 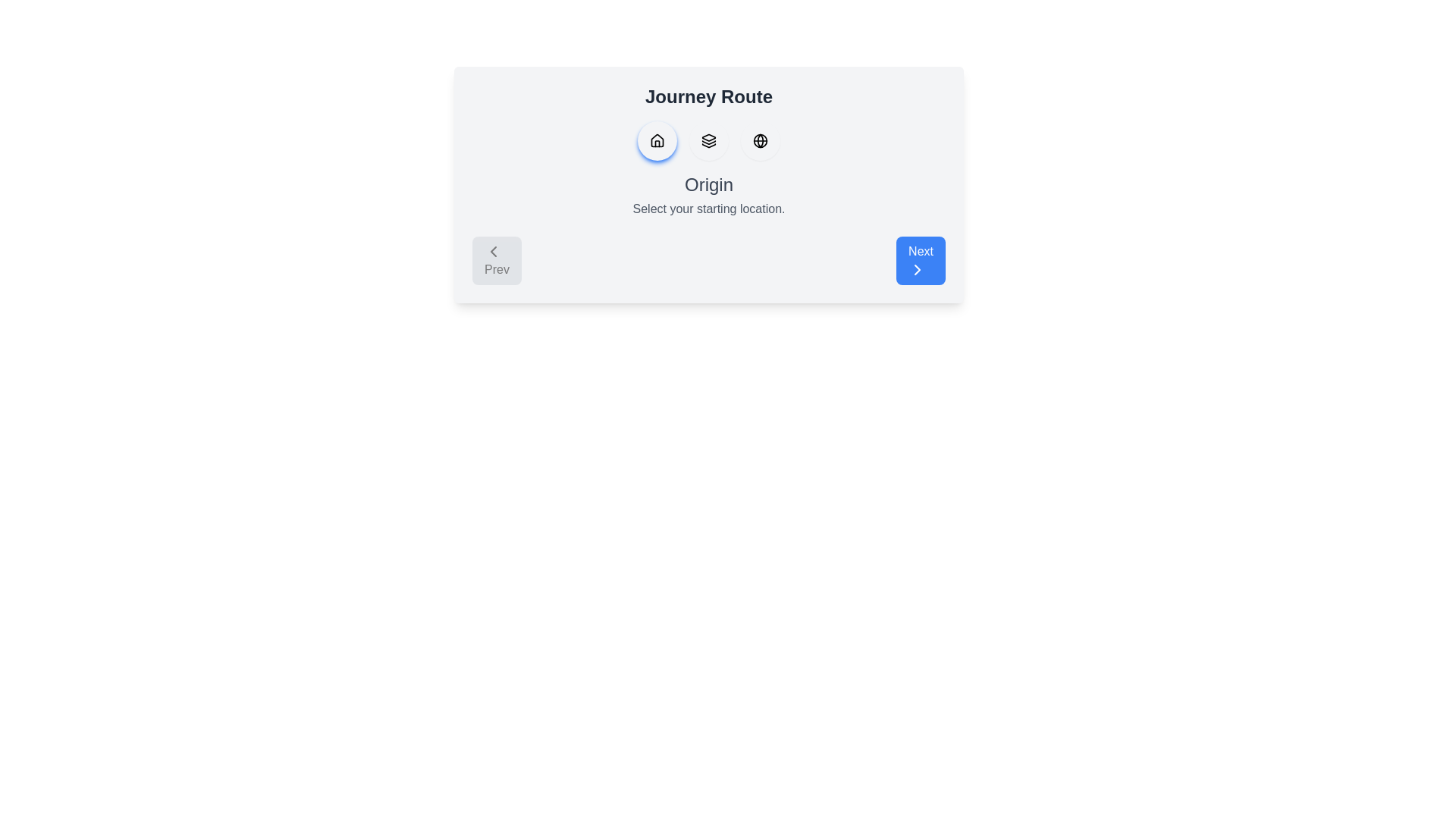 I want to click on the 'Prev' button icon located on the left side of the interface, which signals navigation to the previous step, so click(x=494, y=250).